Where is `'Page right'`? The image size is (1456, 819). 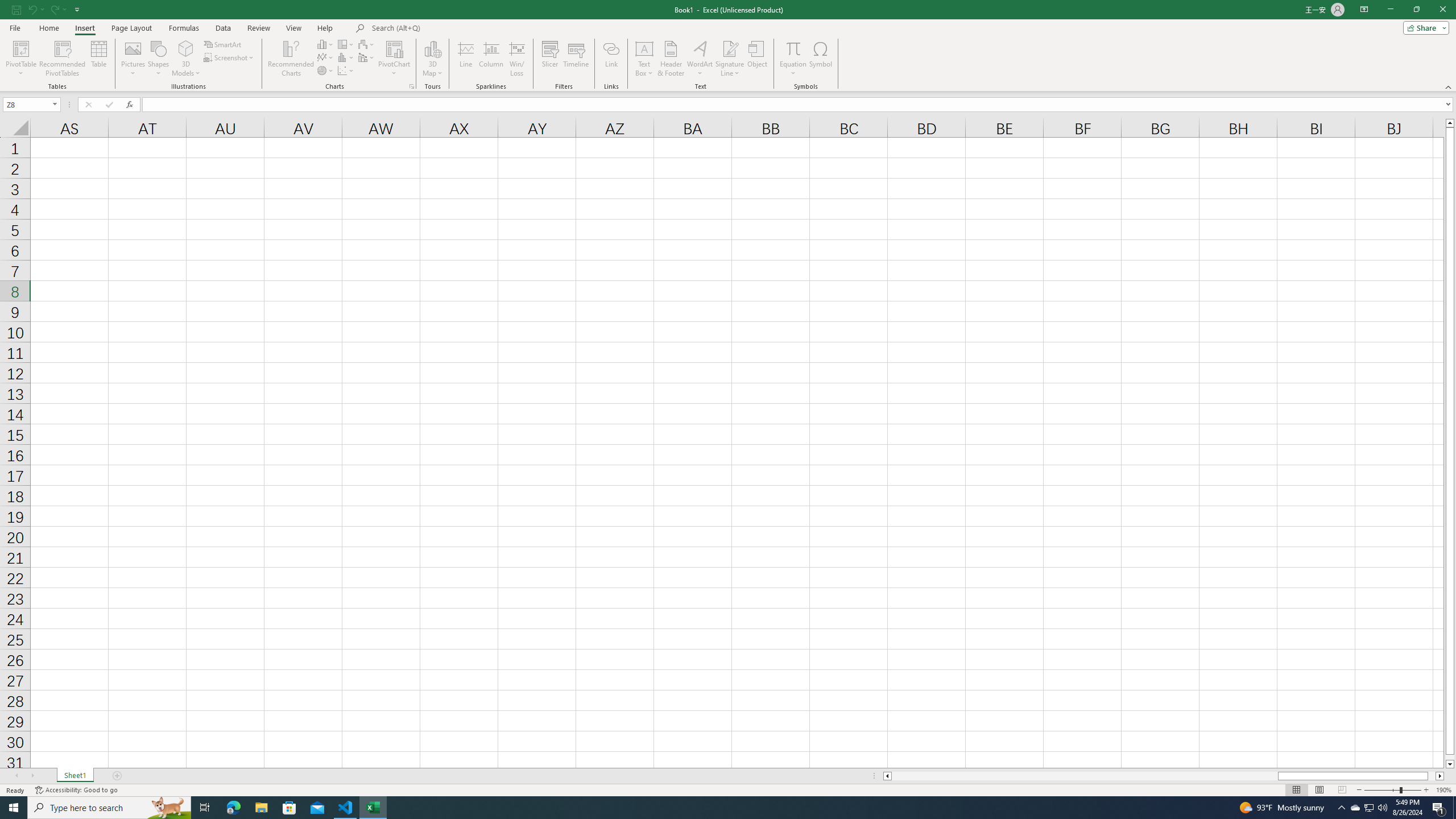
'Page right' is located at coordinates (1431, 775).